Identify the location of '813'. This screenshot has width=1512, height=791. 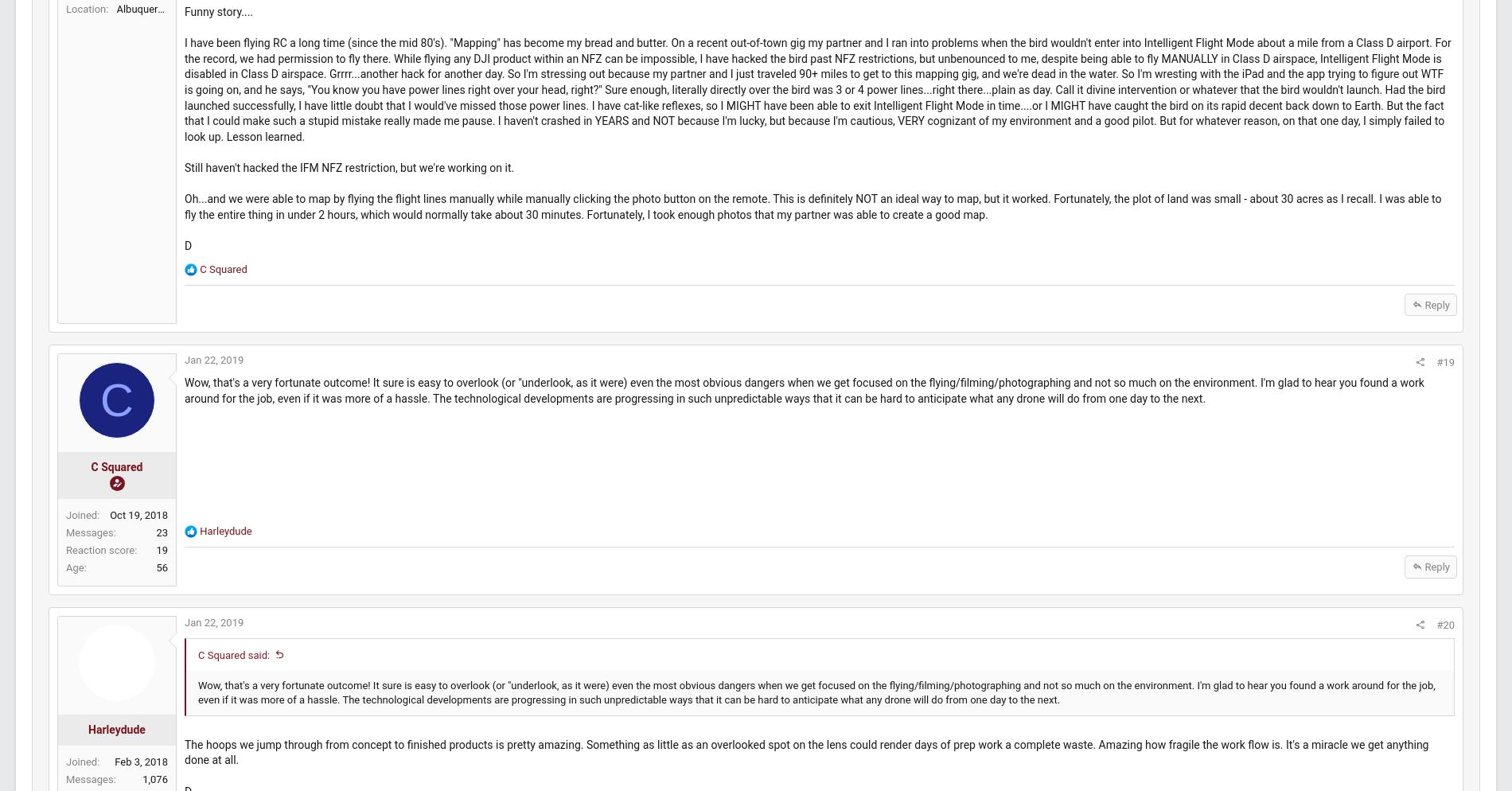
(196, 24).